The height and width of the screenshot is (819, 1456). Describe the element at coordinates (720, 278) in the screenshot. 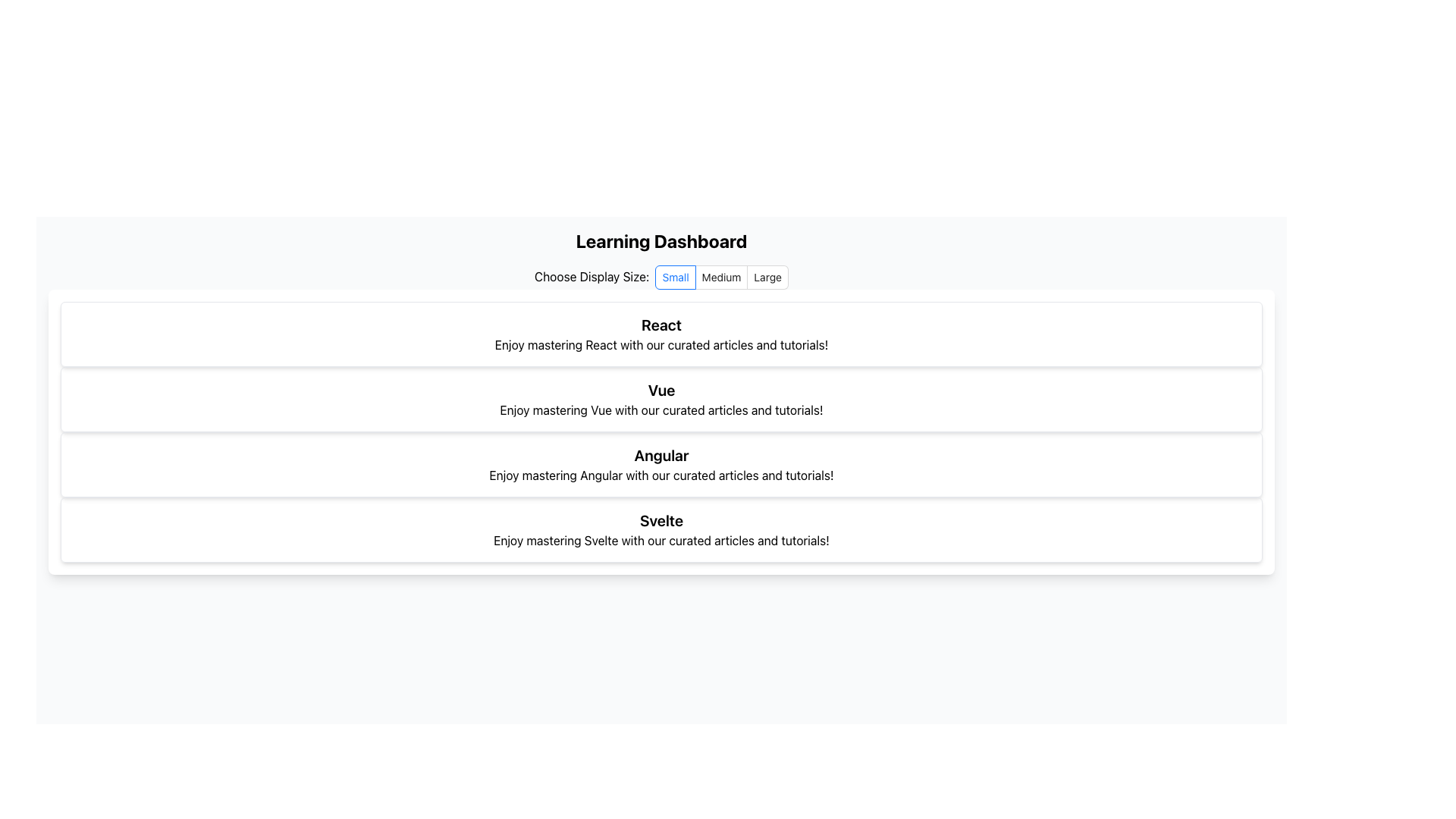

I see `the 'Medium' display size radio button` at that location.